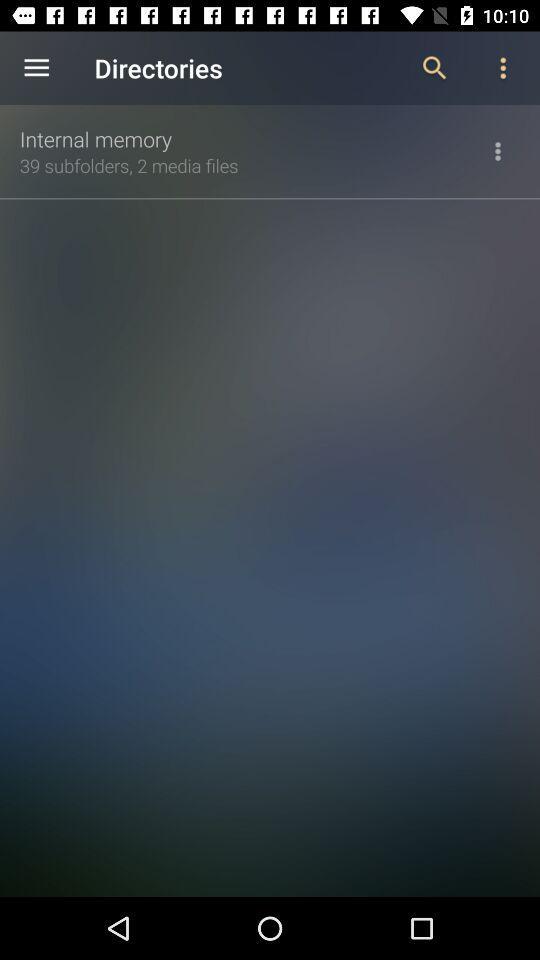 This screenshot has width=540, height=960. Describe the element at coordinates (496, 150) in the screenshot. I see `icon next to the 39 subfolders 2 icon` at that location.